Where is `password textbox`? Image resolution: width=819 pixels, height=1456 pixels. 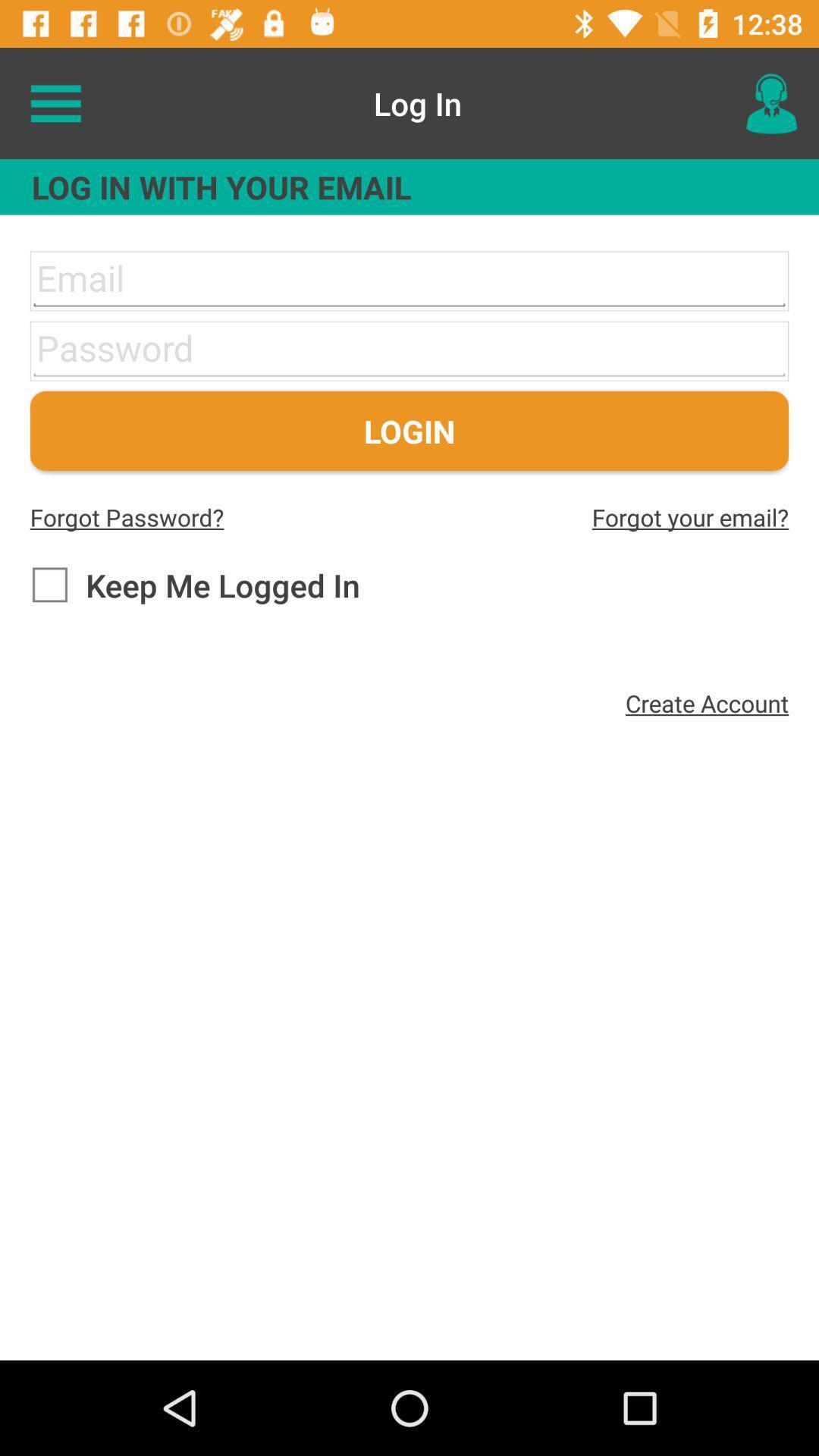 password textbox is located at coordinates (409, 350).